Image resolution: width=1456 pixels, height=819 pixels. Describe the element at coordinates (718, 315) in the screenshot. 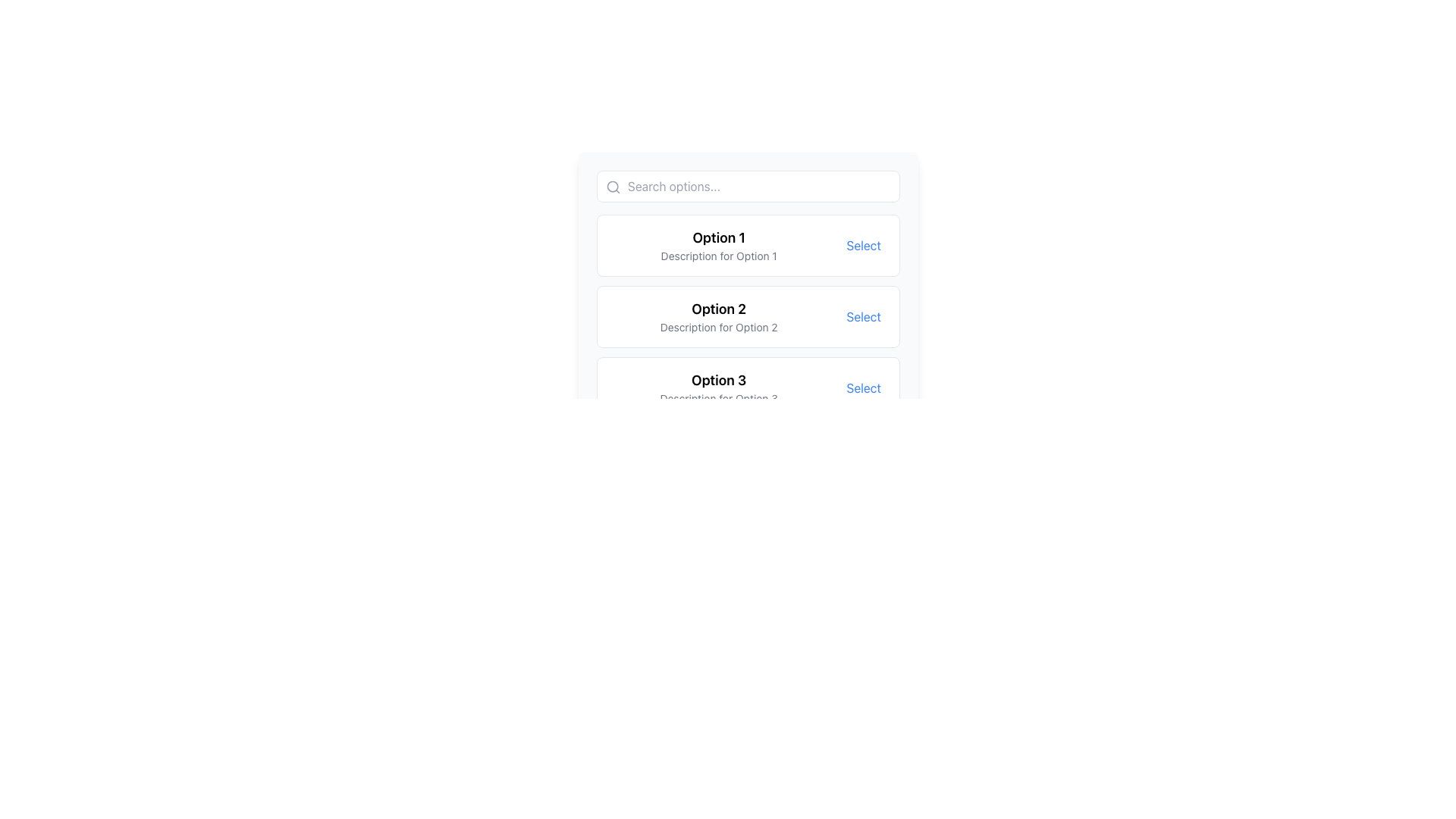

I see `the List item labeled 'Option 2' which contains the description 'Description for Option 2'` at that location.